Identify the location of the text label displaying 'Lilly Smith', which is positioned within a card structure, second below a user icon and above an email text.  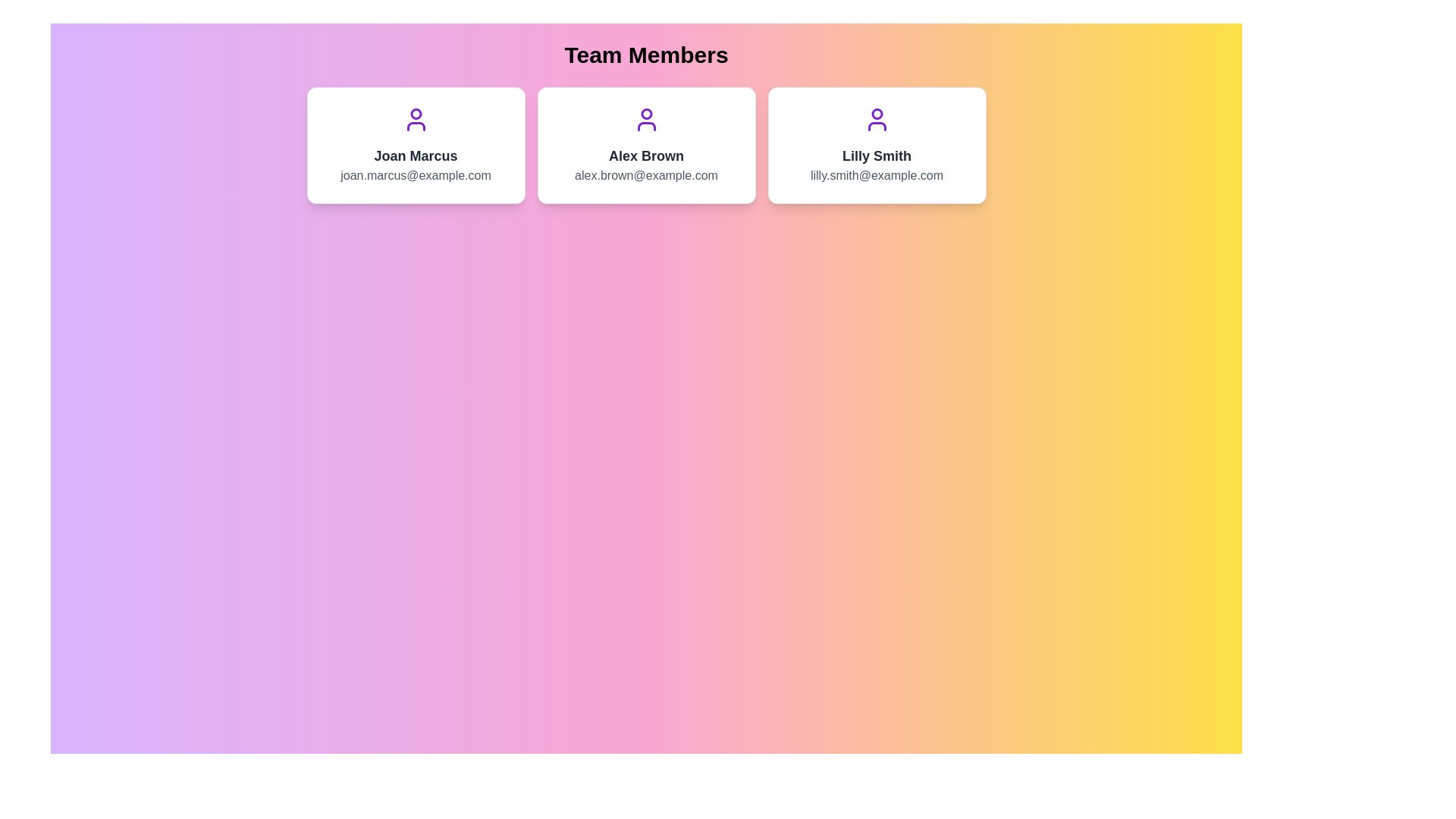
(877, 155).